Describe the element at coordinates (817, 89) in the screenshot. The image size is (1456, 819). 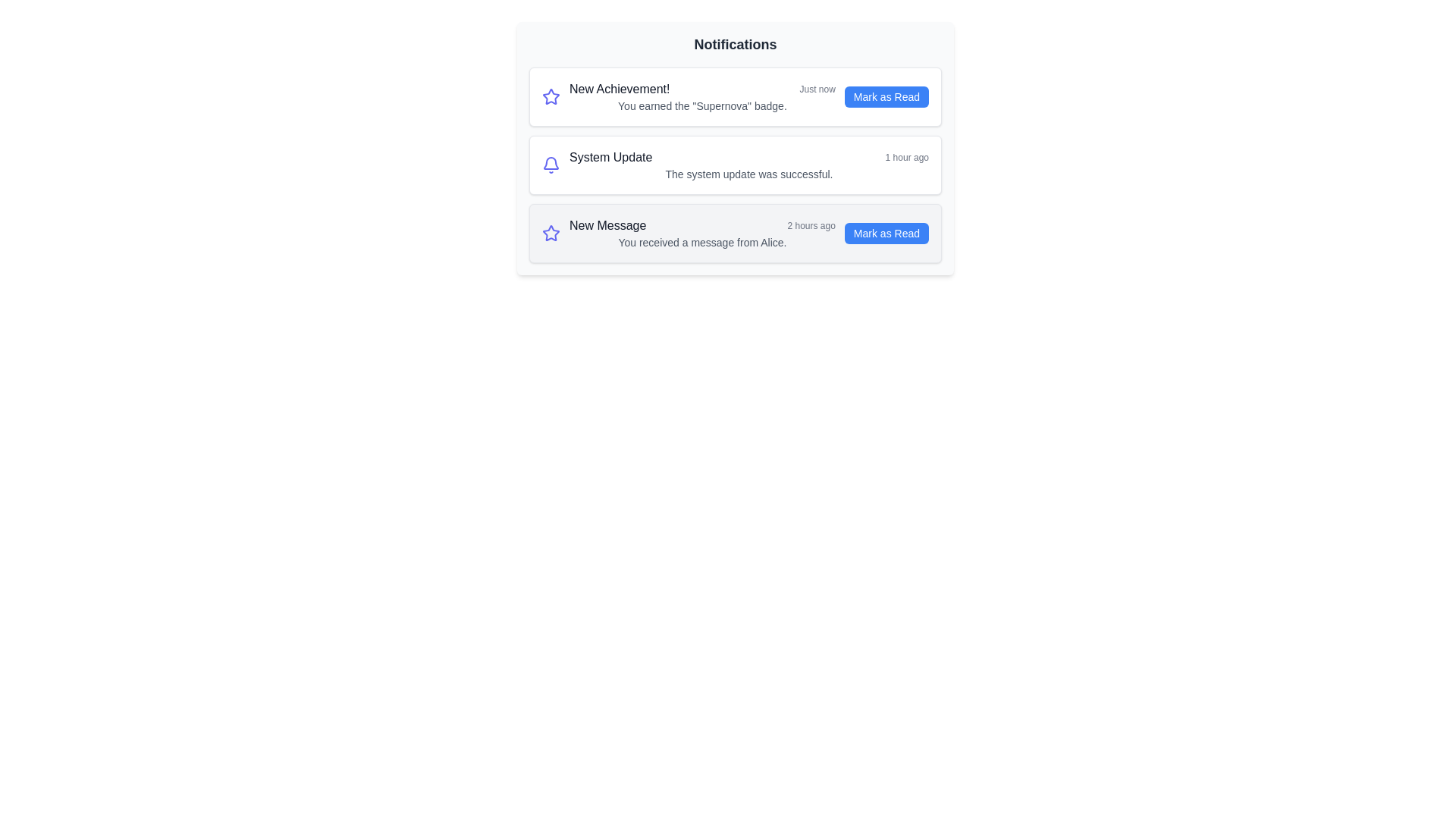
I see `the Text label that displays the time elapsed since the notification became active, located in the upper-right corner of the notification card next to the 'New Achievement!' title` at that location.